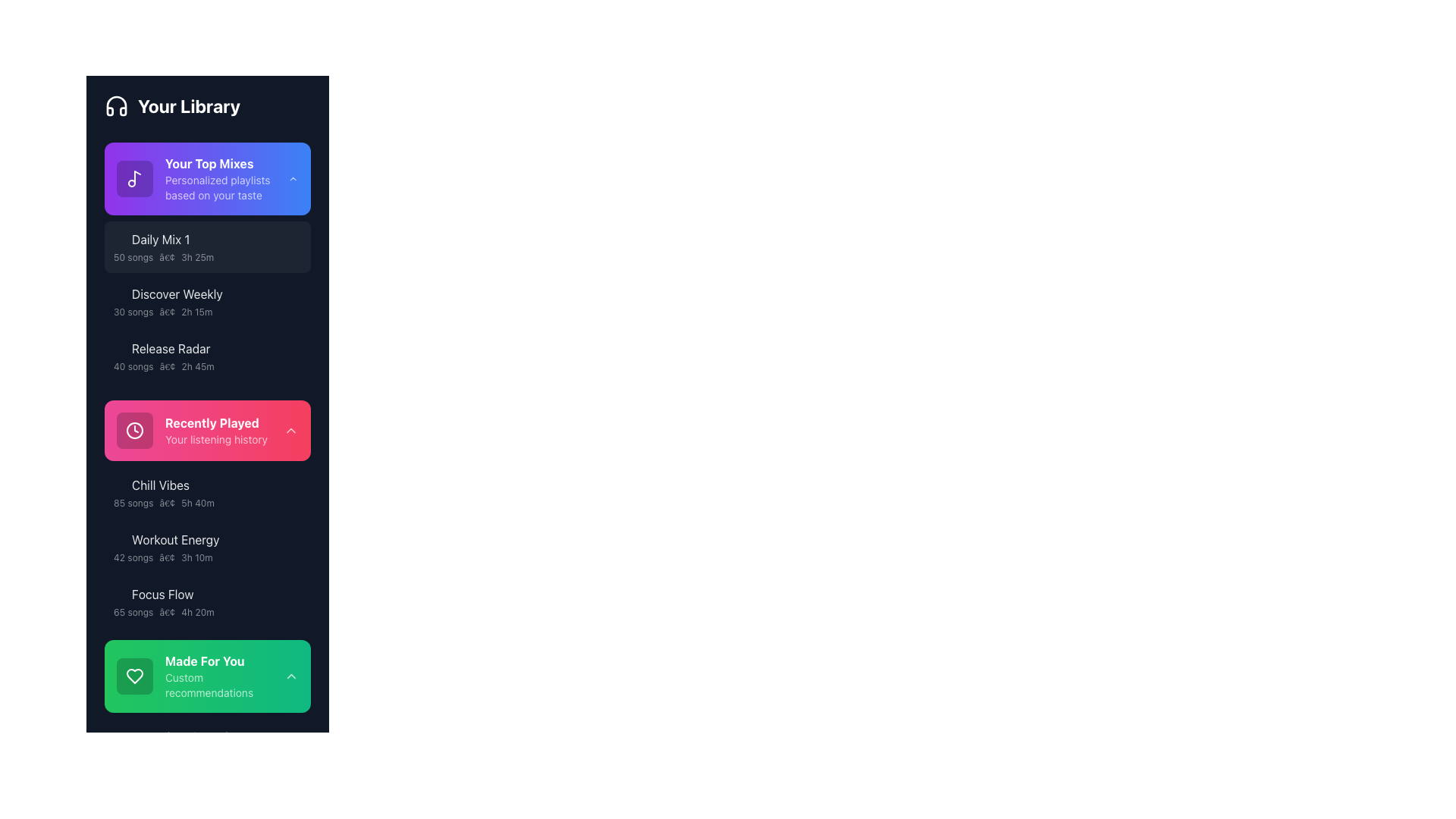 This screenshot has width=1456, height=819. I want to click on the 'Discover Weekly' label to change its text color, so click(177, 294).